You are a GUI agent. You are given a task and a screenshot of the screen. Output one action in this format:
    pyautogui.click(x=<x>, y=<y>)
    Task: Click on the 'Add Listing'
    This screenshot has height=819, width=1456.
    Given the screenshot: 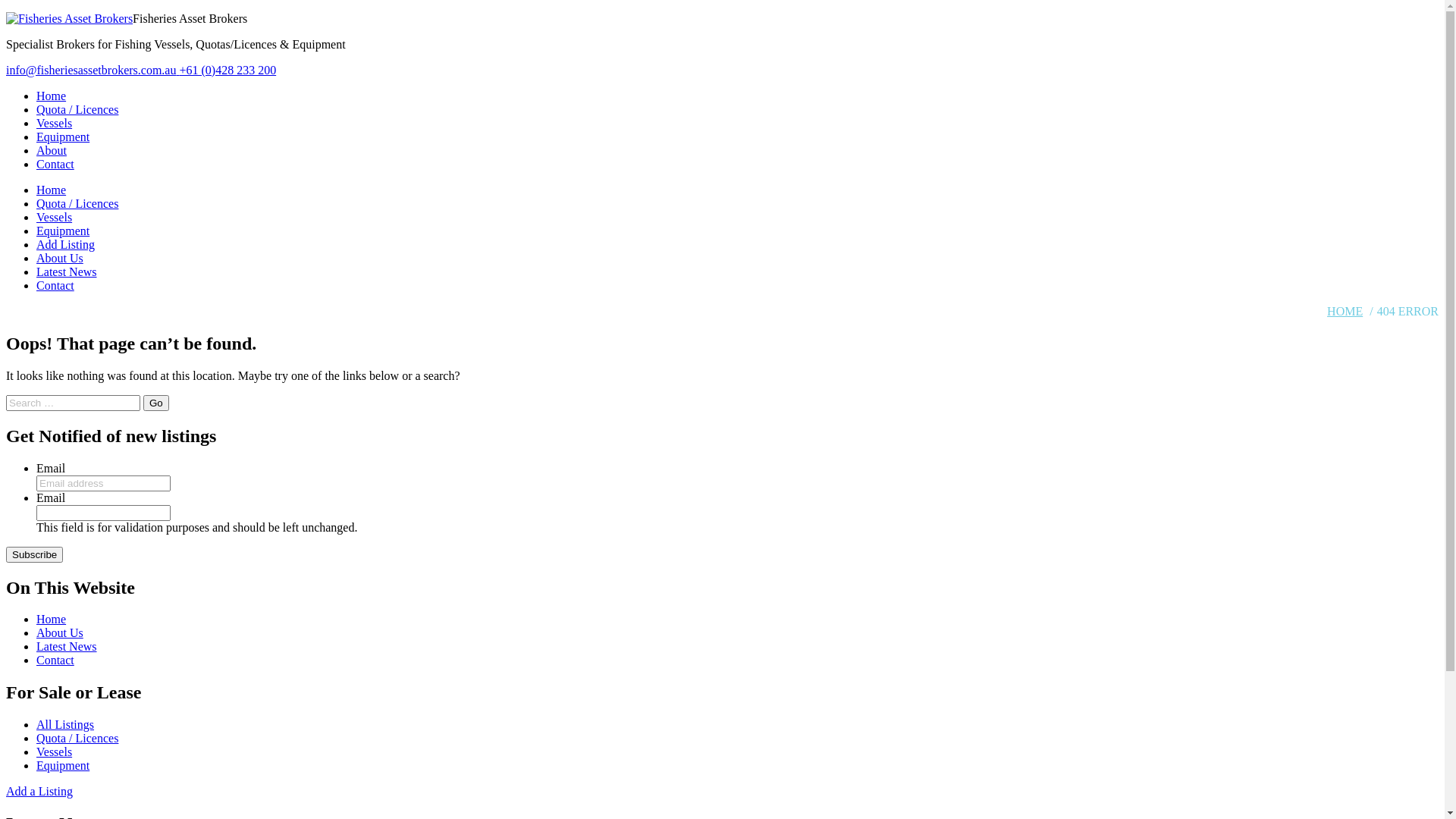 What is the action you would take?
    pyautogui.click(x=36, y=243)
    